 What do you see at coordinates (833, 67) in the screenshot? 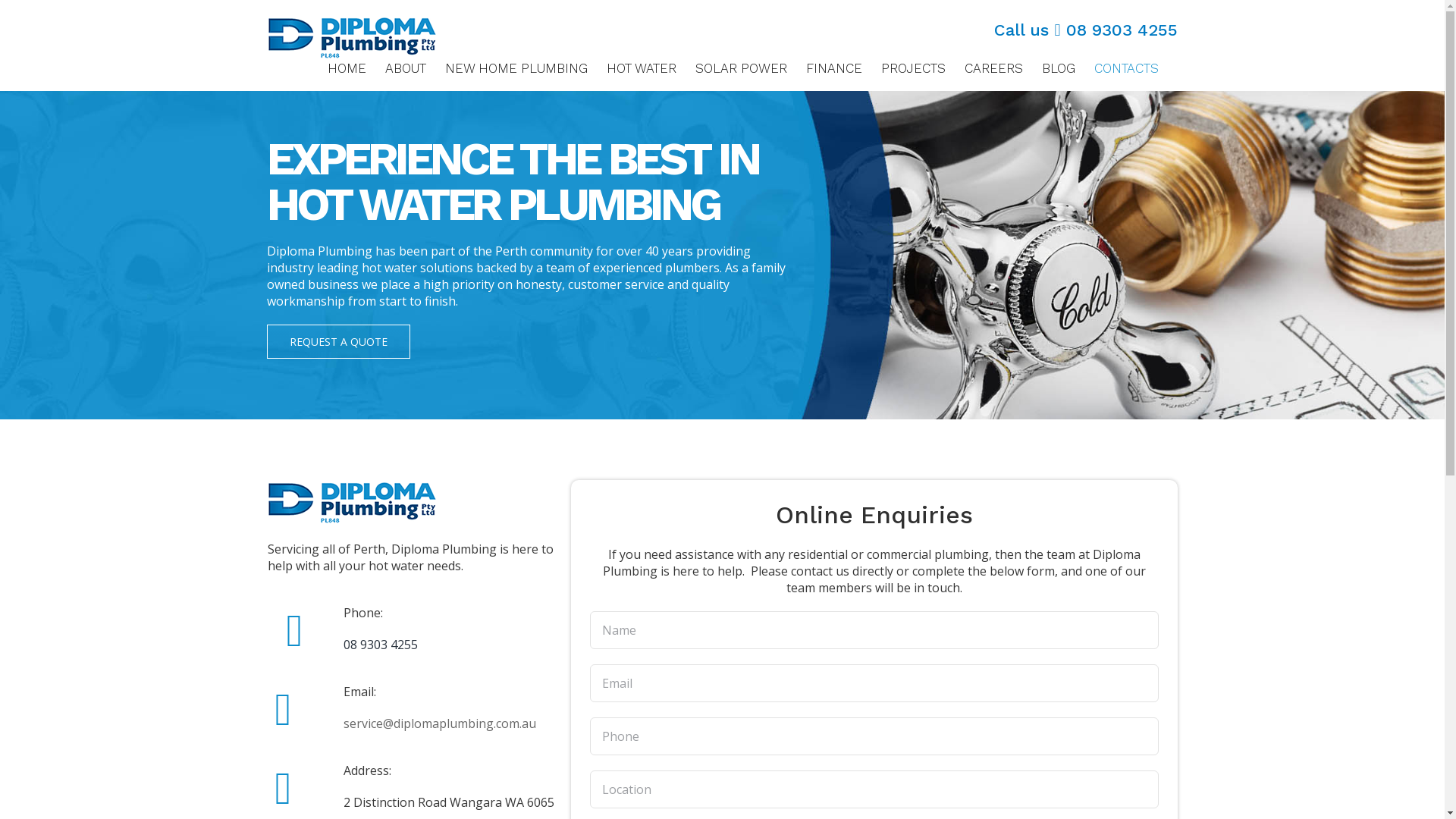
I see `'FINANCE'` at bounding box center [833, 67].